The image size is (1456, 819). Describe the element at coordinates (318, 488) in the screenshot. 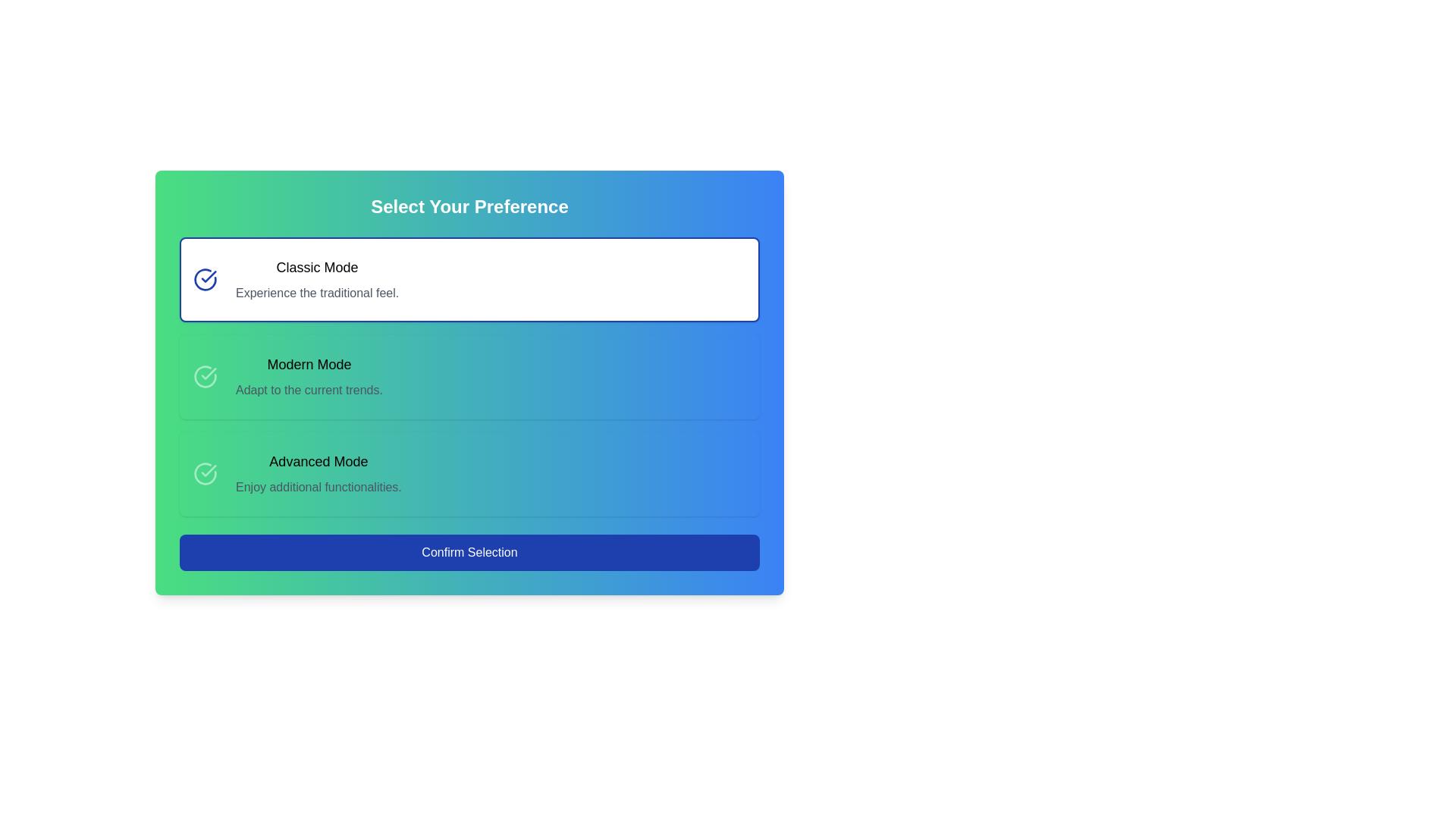

I see `the descriptive text label for the 'Advanced Mode' option, which is located beneath the 'Advanced Mode' heading in the third option block` at that location.